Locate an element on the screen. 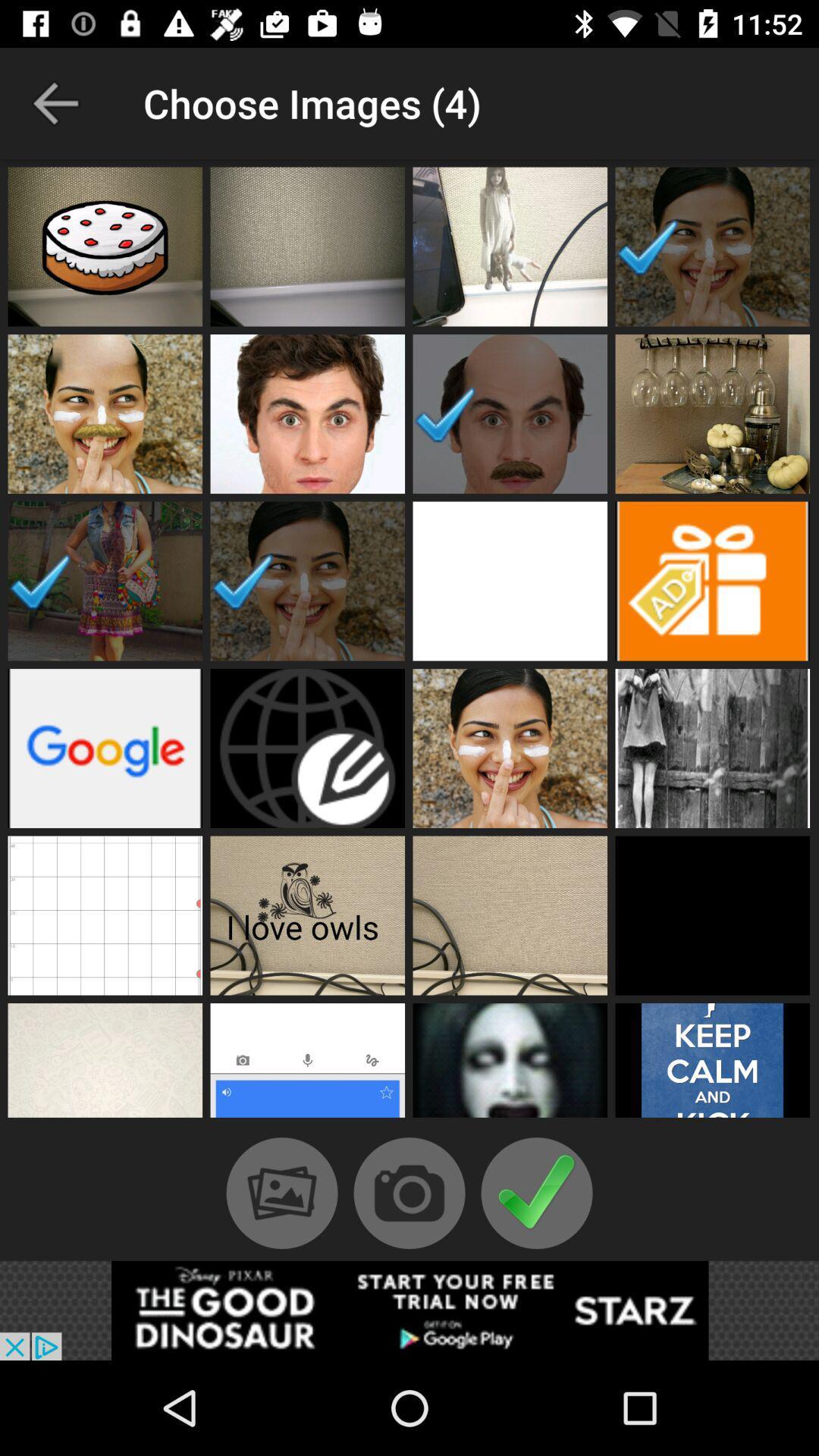 The height and width of the screenshot is (1456, 819). photo/image selection is located at coordinates (712, 246).